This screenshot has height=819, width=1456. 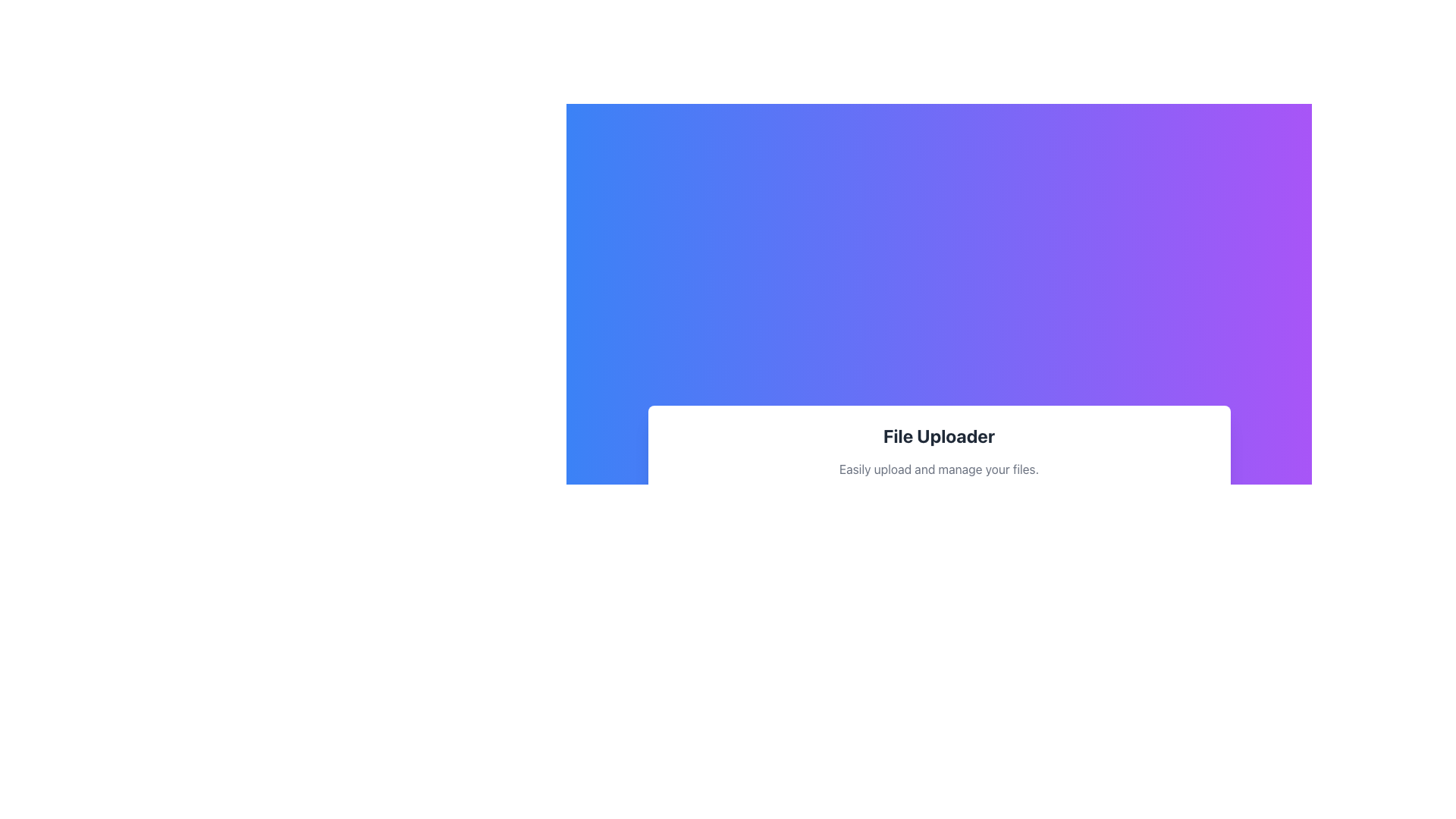 I want to click on the section labeled, so click(x=938, y=435).